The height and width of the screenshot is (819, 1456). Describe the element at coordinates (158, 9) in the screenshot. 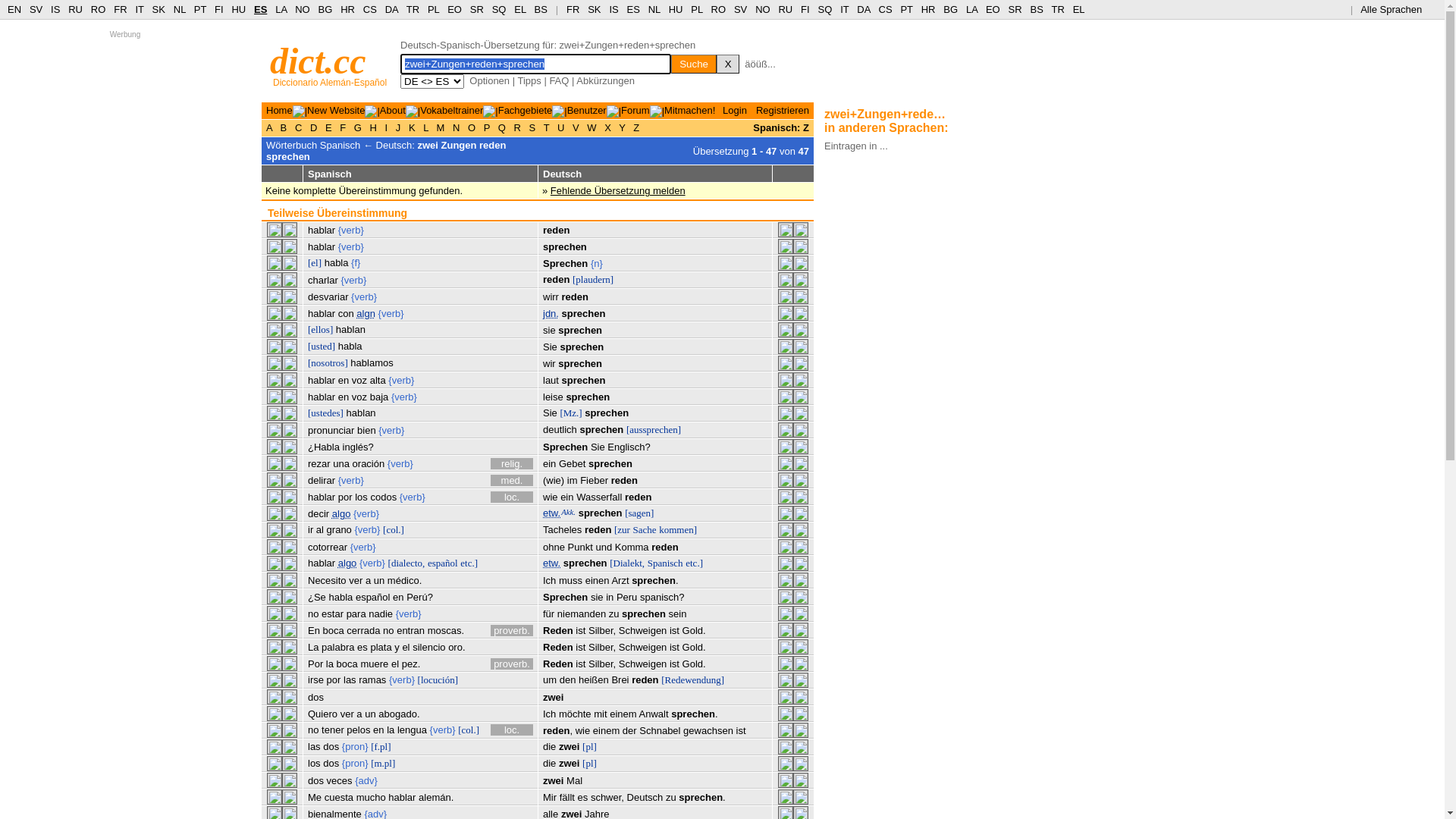

I see `'SK'` at that location.